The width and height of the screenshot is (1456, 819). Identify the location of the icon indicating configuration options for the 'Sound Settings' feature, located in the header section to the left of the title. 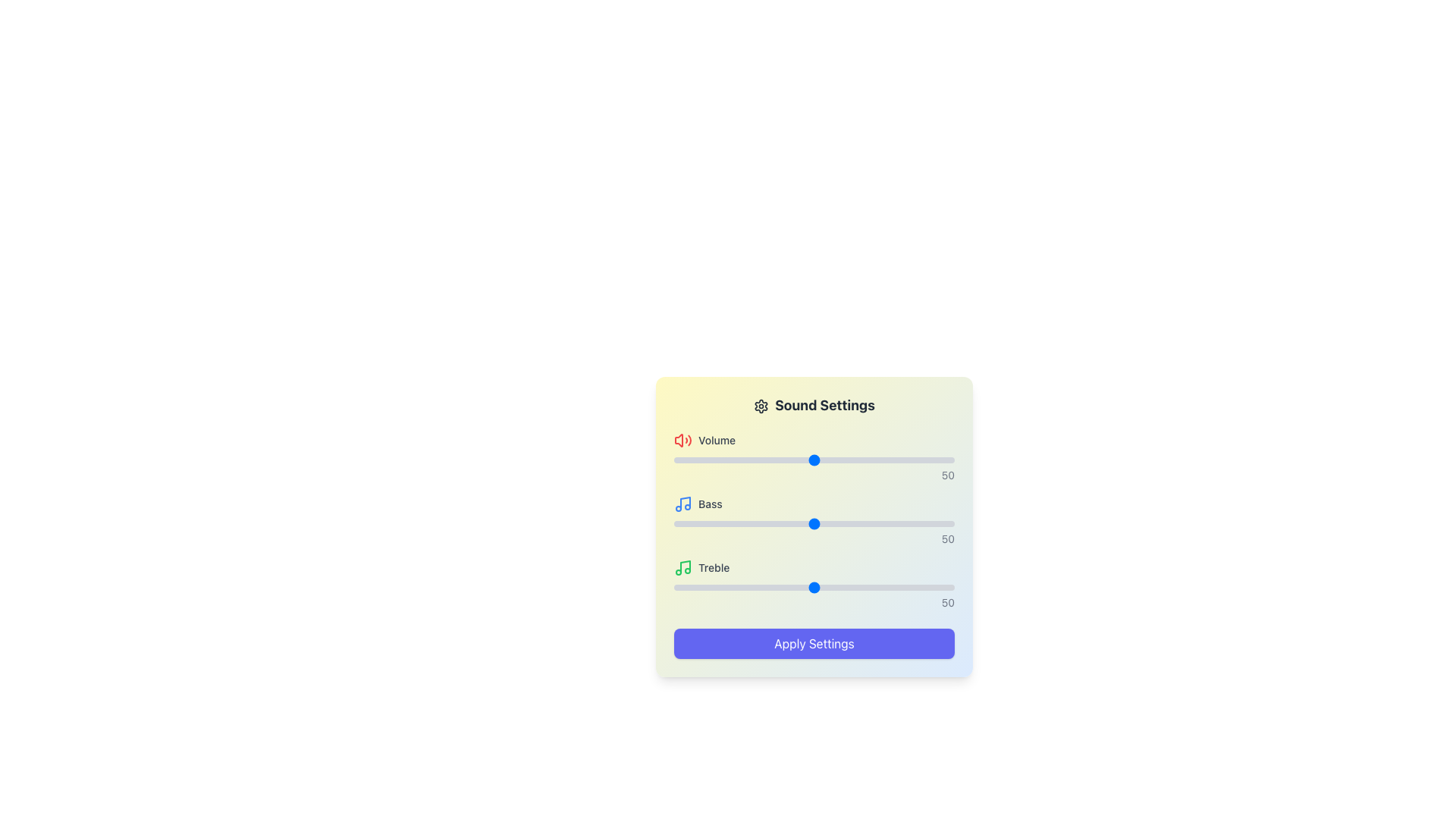
(761, 406).